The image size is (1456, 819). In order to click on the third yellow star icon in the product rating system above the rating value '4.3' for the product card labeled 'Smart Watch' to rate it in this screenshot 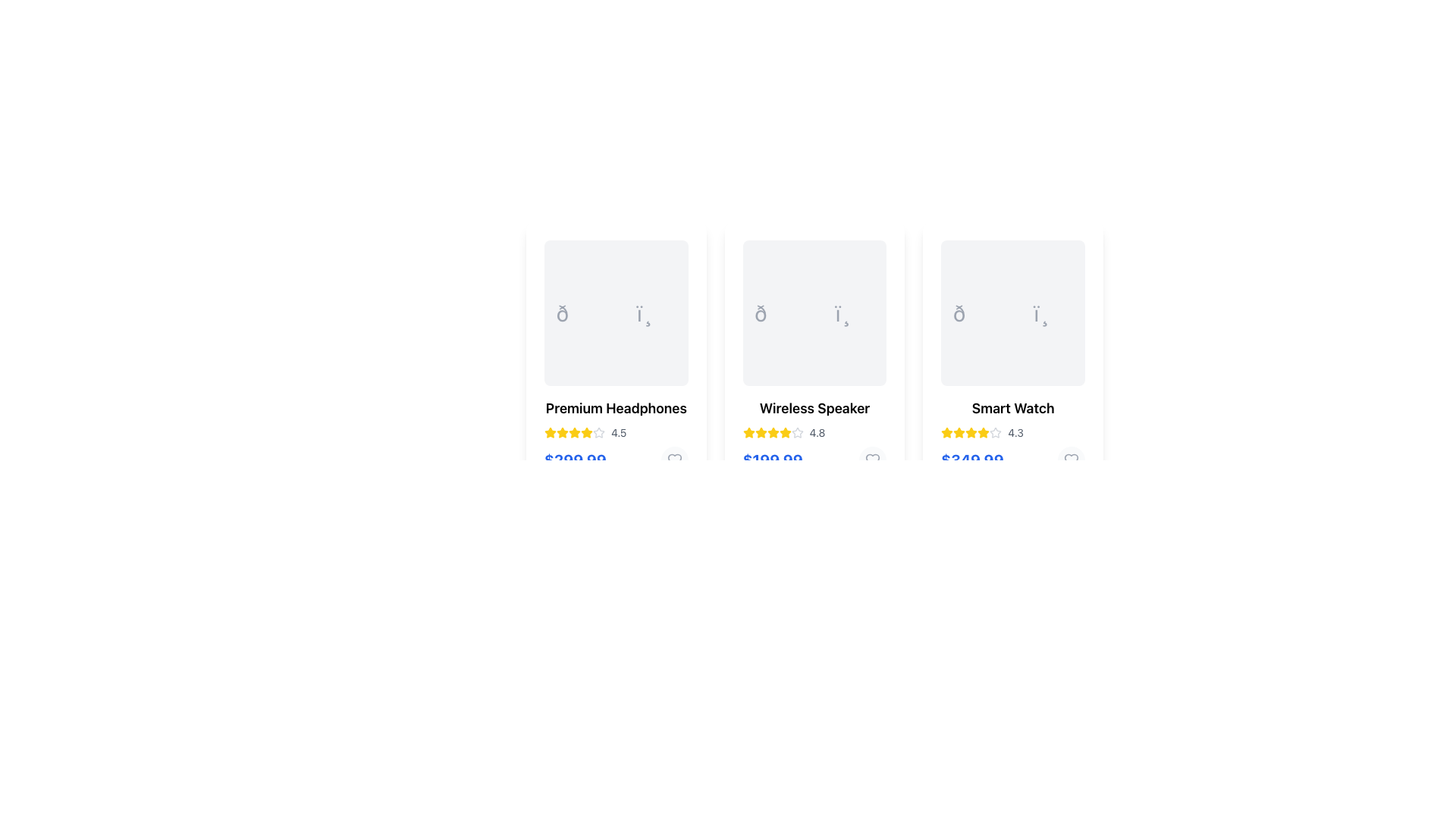, I will do `click(959, 432)`.